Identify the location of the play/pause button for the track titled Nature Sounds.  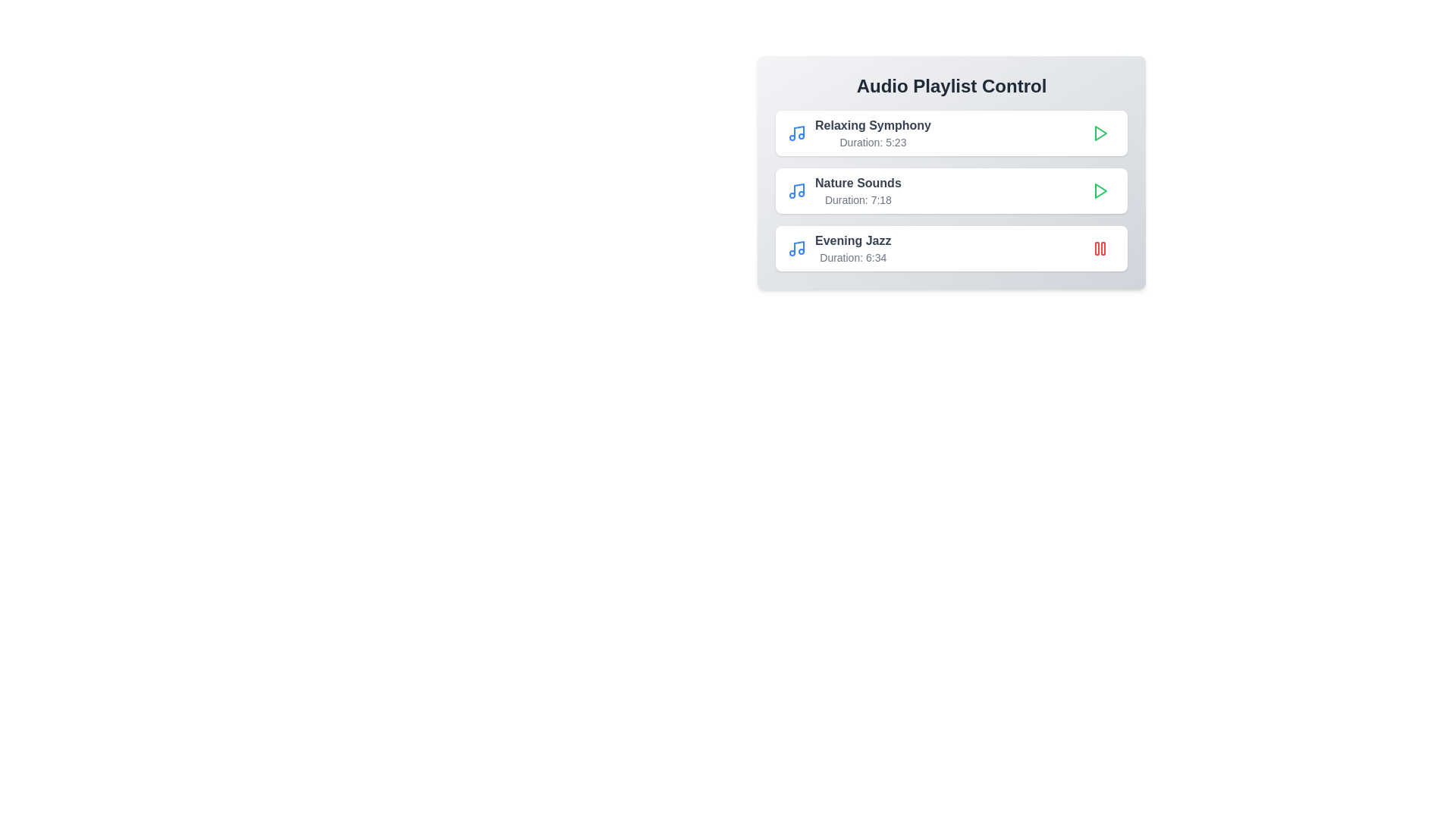
(1100, 190).